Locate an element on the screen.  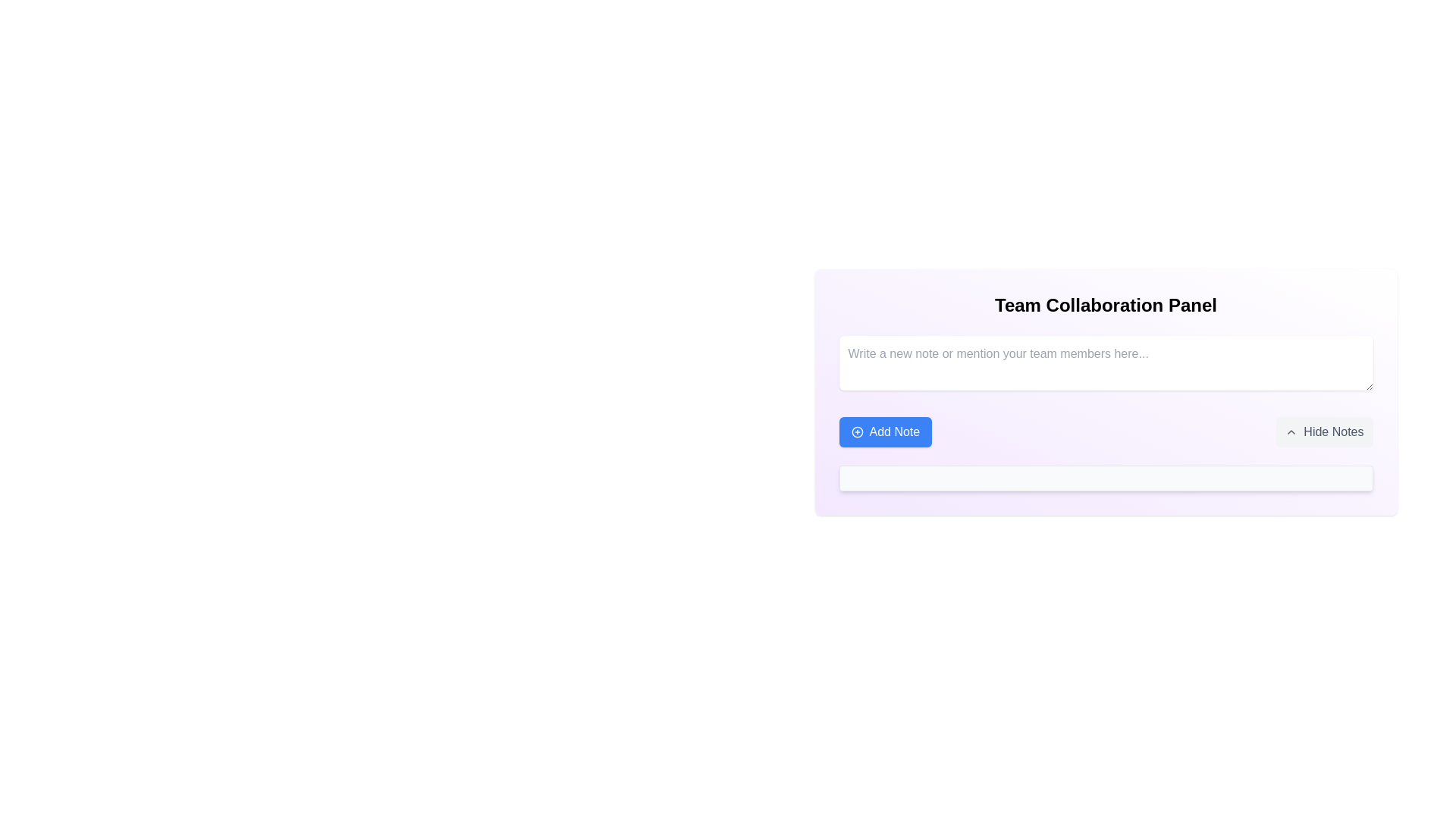
the text input area with a light gray background and rounded corners, located below the title 'Team Collaboration Panel' is located at coordinates (1106, 362).